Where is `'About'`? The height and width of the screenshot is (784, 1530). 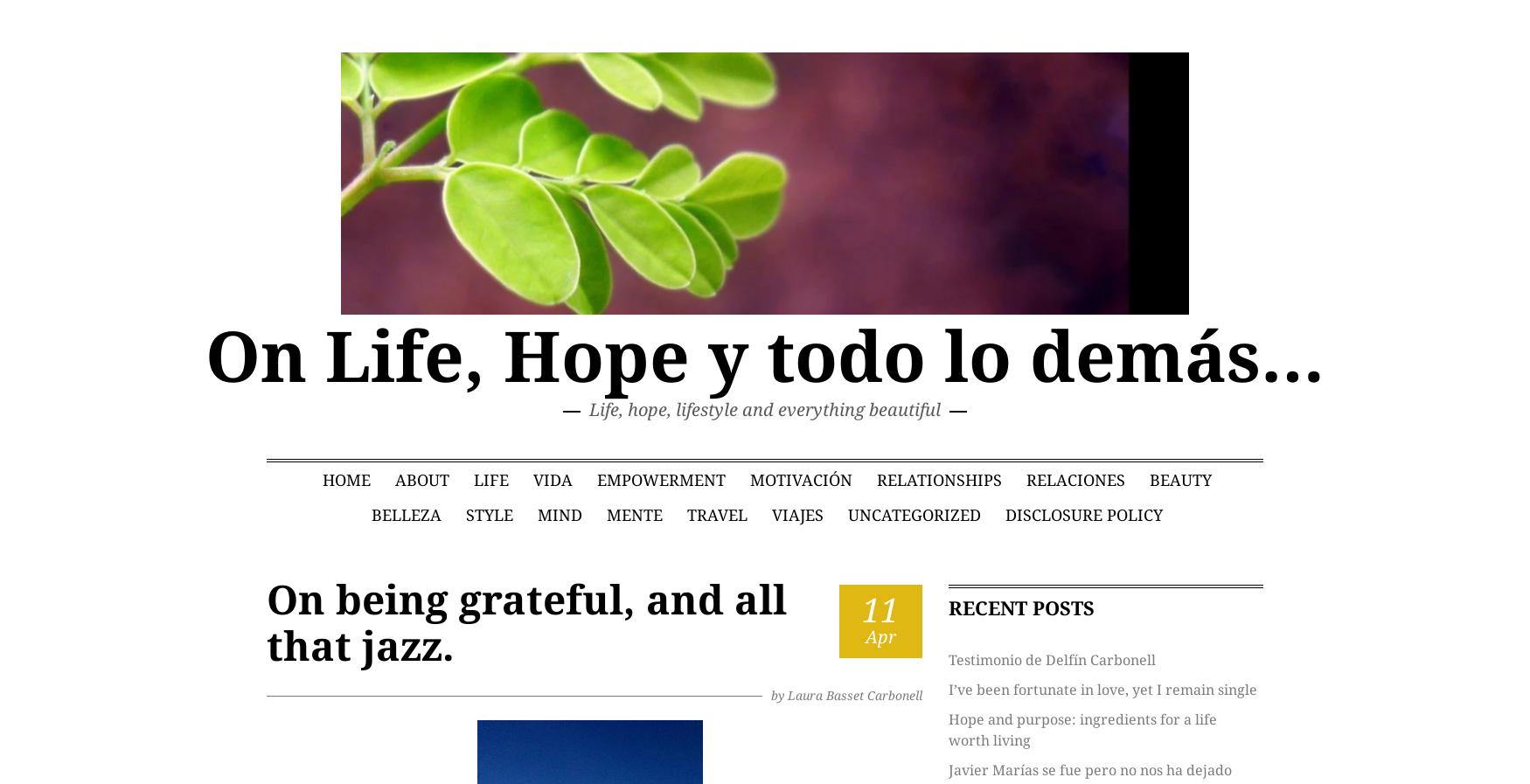
'About' is located at coordinates (421, 479).